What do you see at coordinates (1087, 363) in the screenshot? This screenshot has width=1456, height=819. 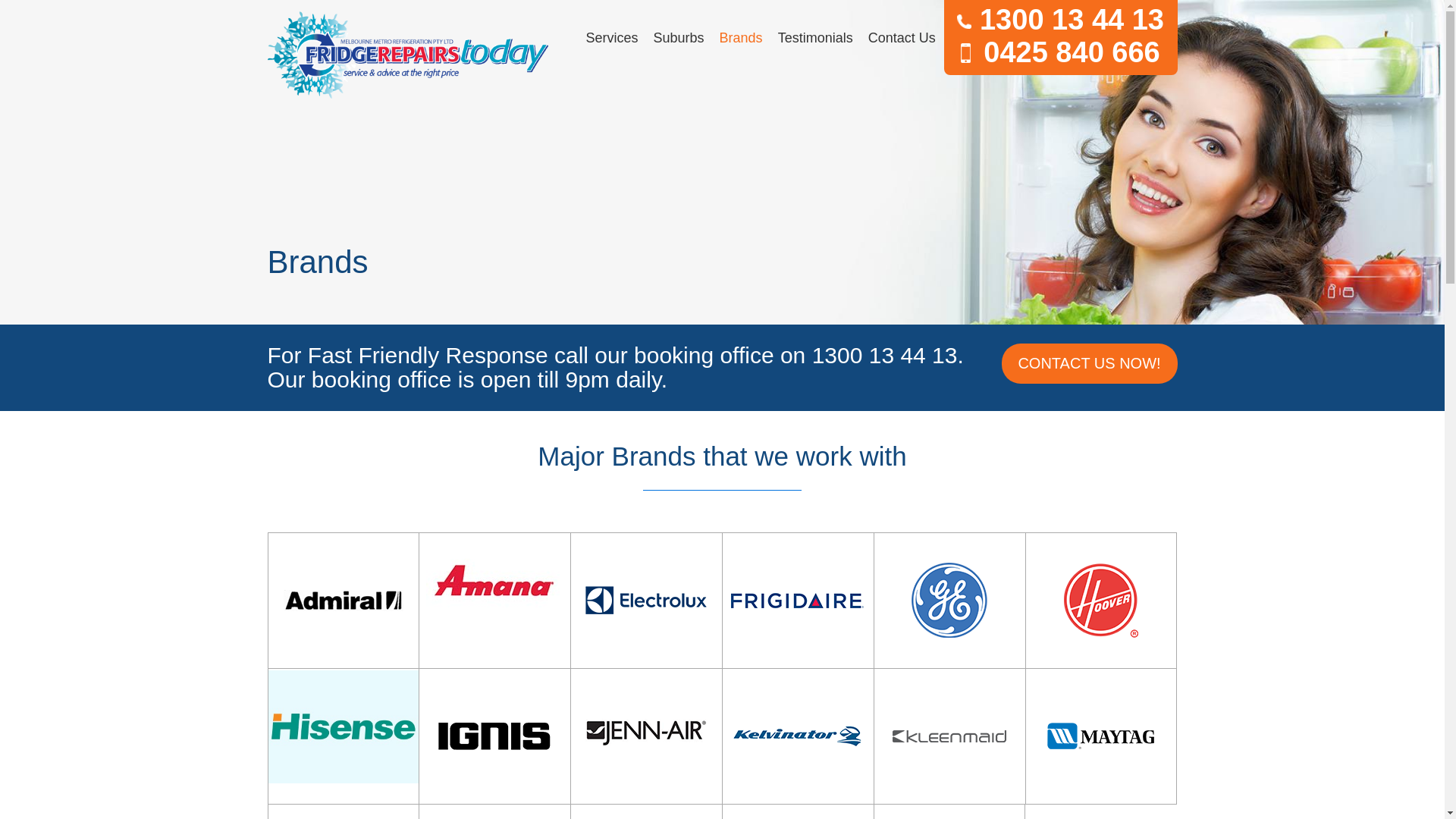 I see `'CONTACT US NOW!'` at bounding box center [1087, 363].